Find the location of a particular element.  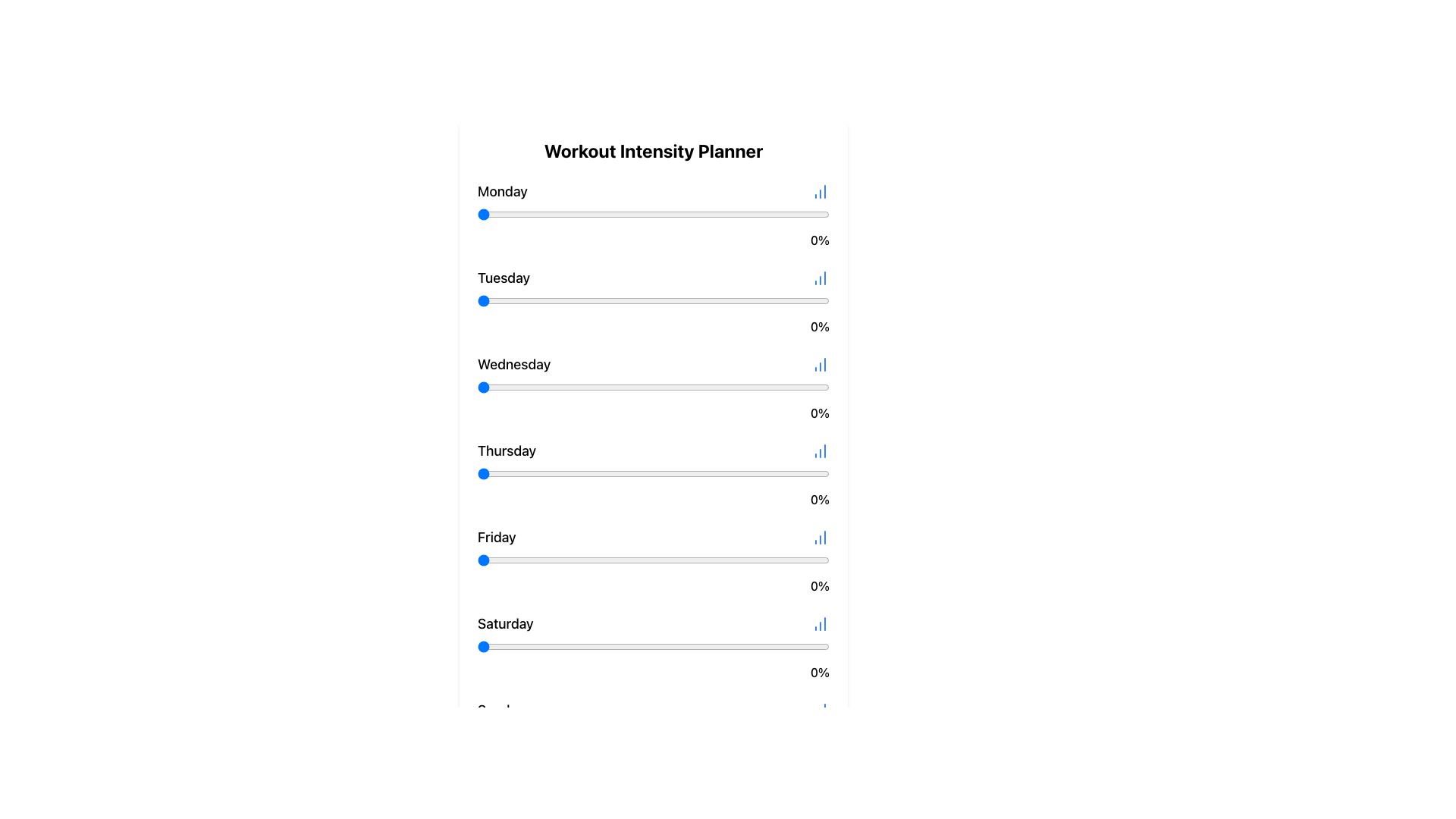

the Tuesday intensity level is located at coordinates (579, 301).